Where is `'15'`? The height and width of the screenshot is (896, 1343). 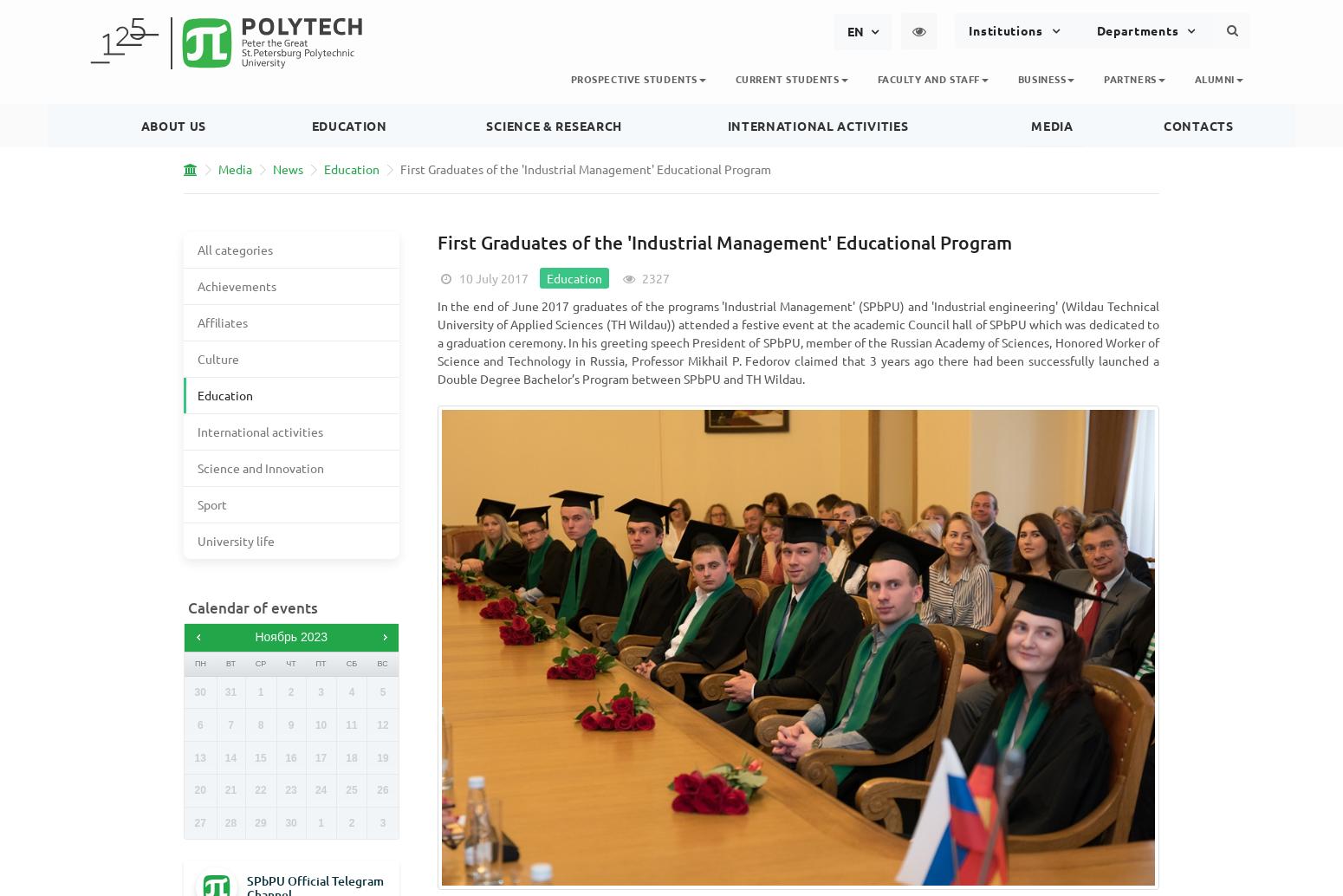 '15' is located at coordinates (260, 756).